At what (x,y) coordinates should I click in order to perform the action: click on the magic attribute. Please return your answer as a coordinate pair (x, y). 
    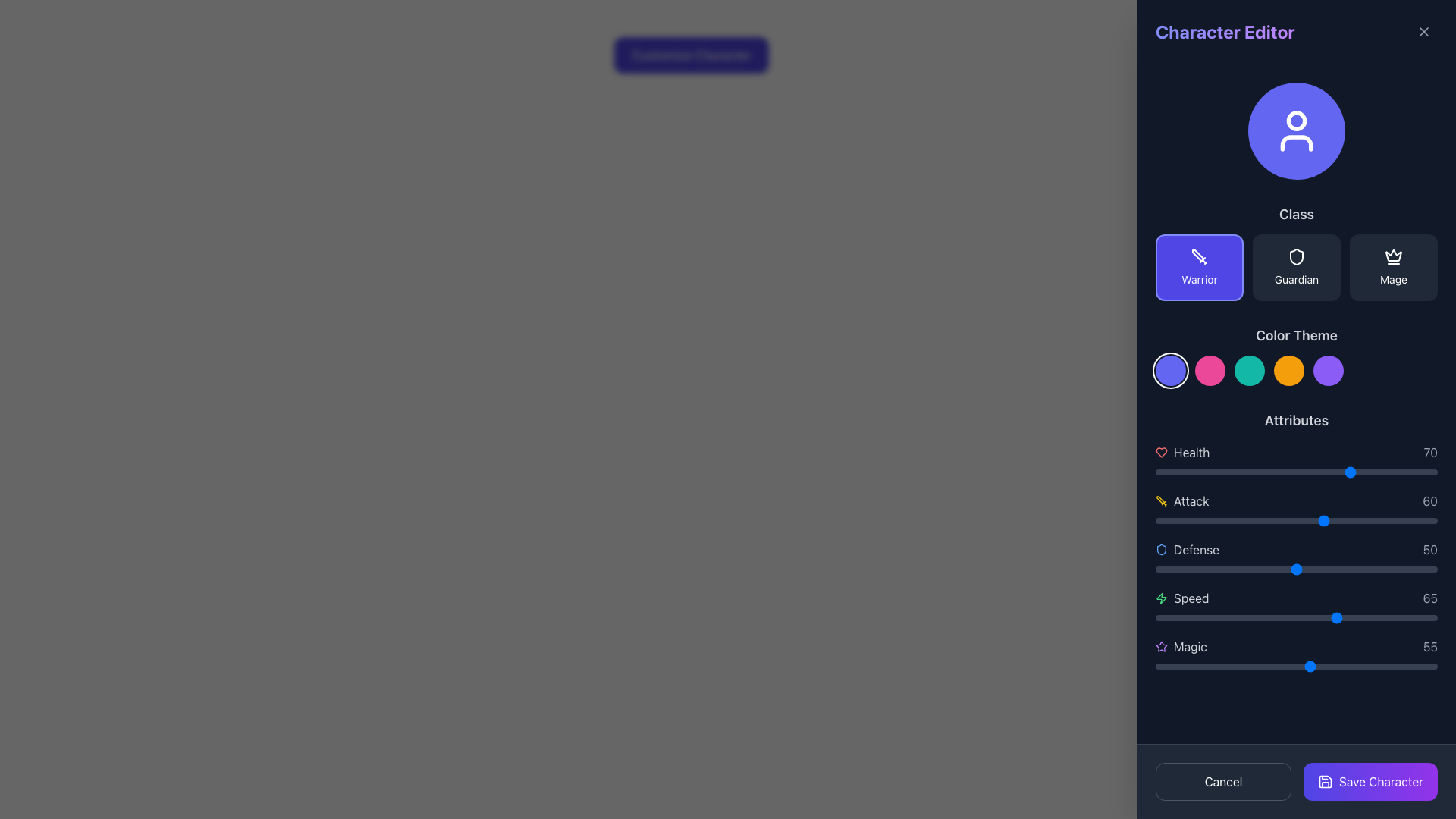
    Looking at the image, I should click on (1169, 666).